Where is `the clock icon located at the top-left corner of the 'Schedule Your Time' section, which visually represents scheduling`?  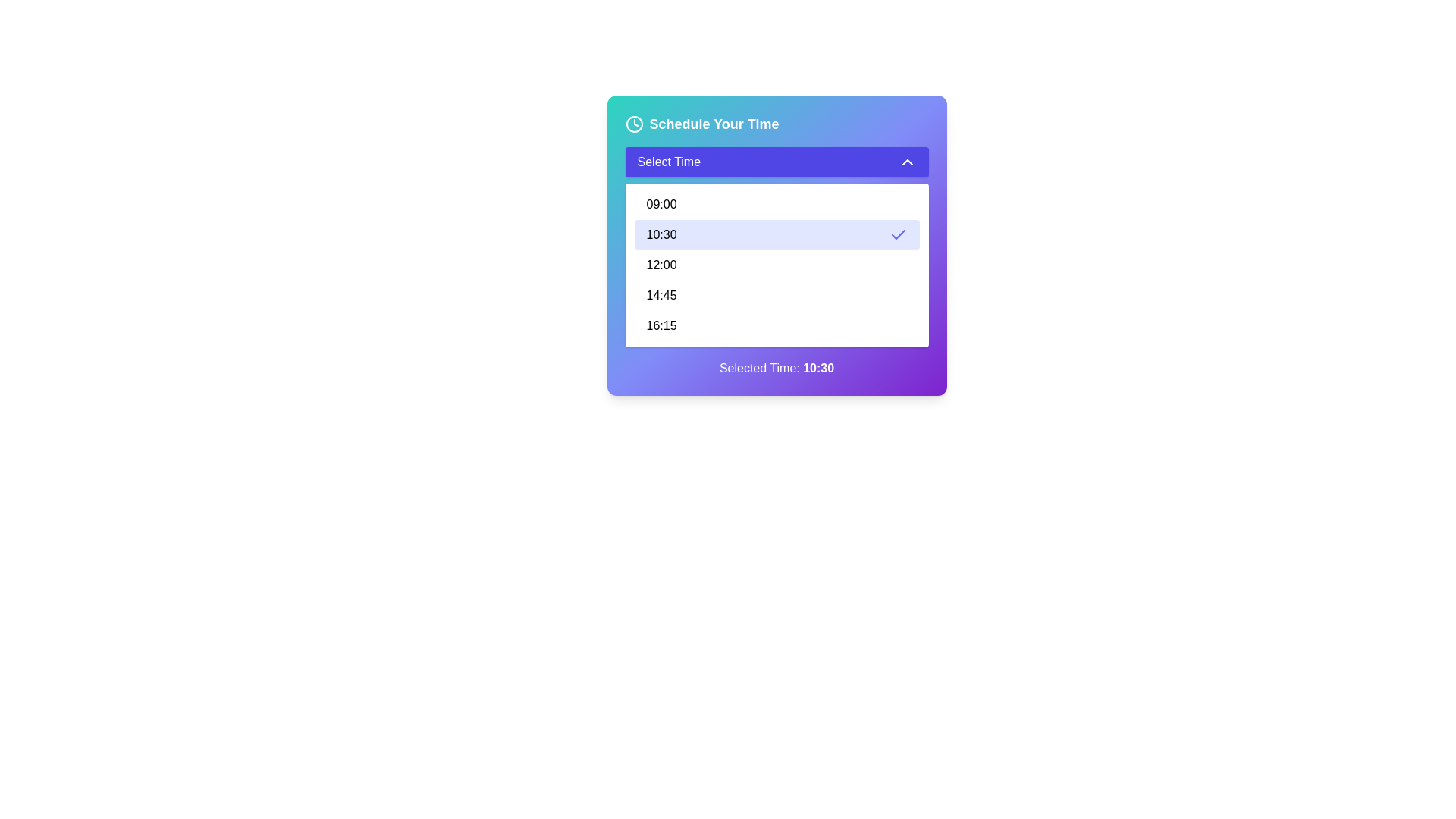 the clock icon located at the top-left corner of the 'Schedule Your Time' section, which visually represents scheduling is located at coordinates (634, 124).